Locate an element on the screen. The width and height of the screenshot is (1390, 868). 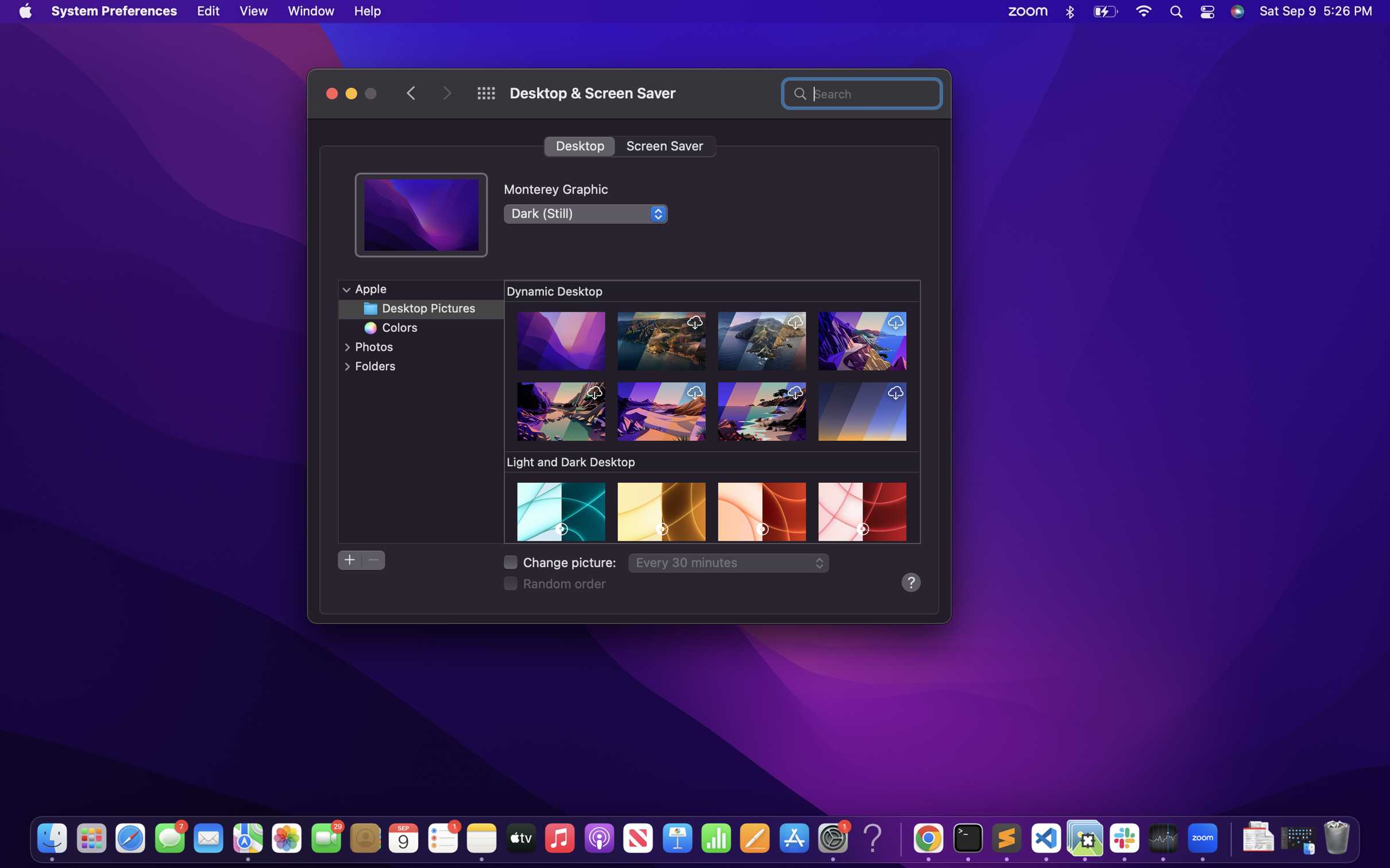
a color wallpaper is located at coordinates (423, 328).